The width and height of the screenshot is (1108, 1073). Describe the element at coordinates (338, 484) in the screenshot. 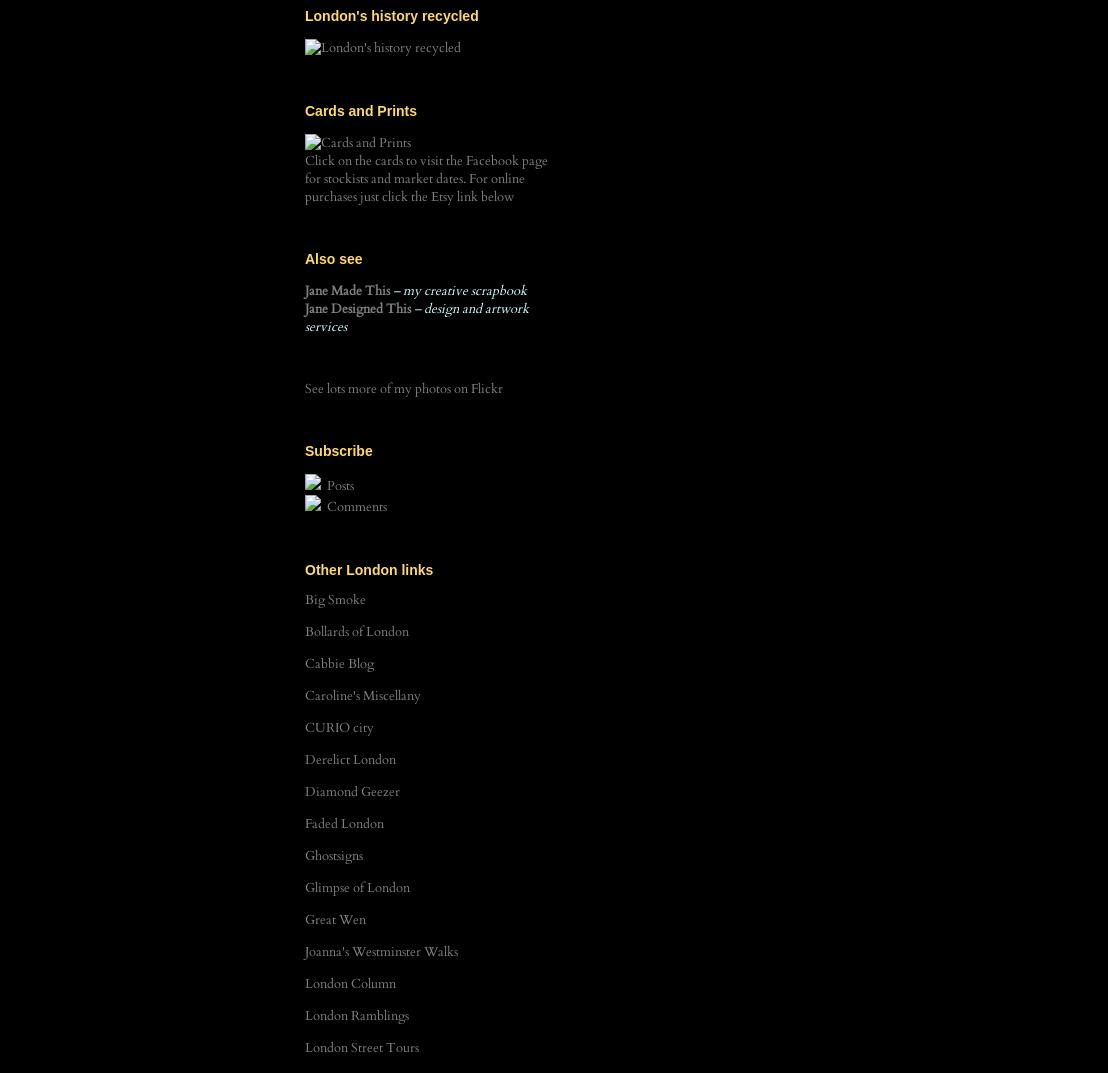

I see `'Posts'` at that location.